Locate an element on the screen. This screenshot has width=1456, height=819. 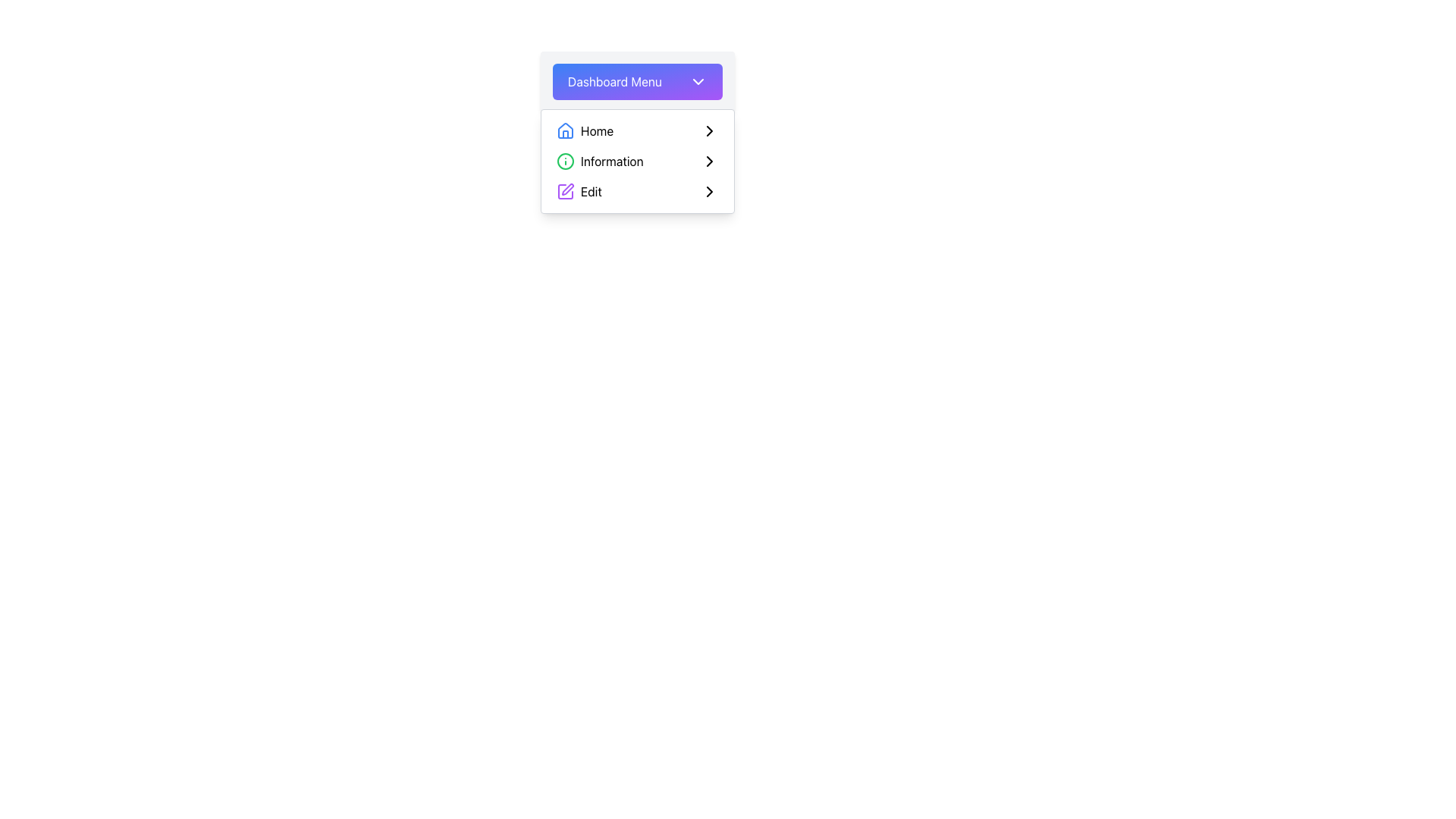
the 'Dashboard Menu' button with a gradient background is located at coordinates (637, 82).